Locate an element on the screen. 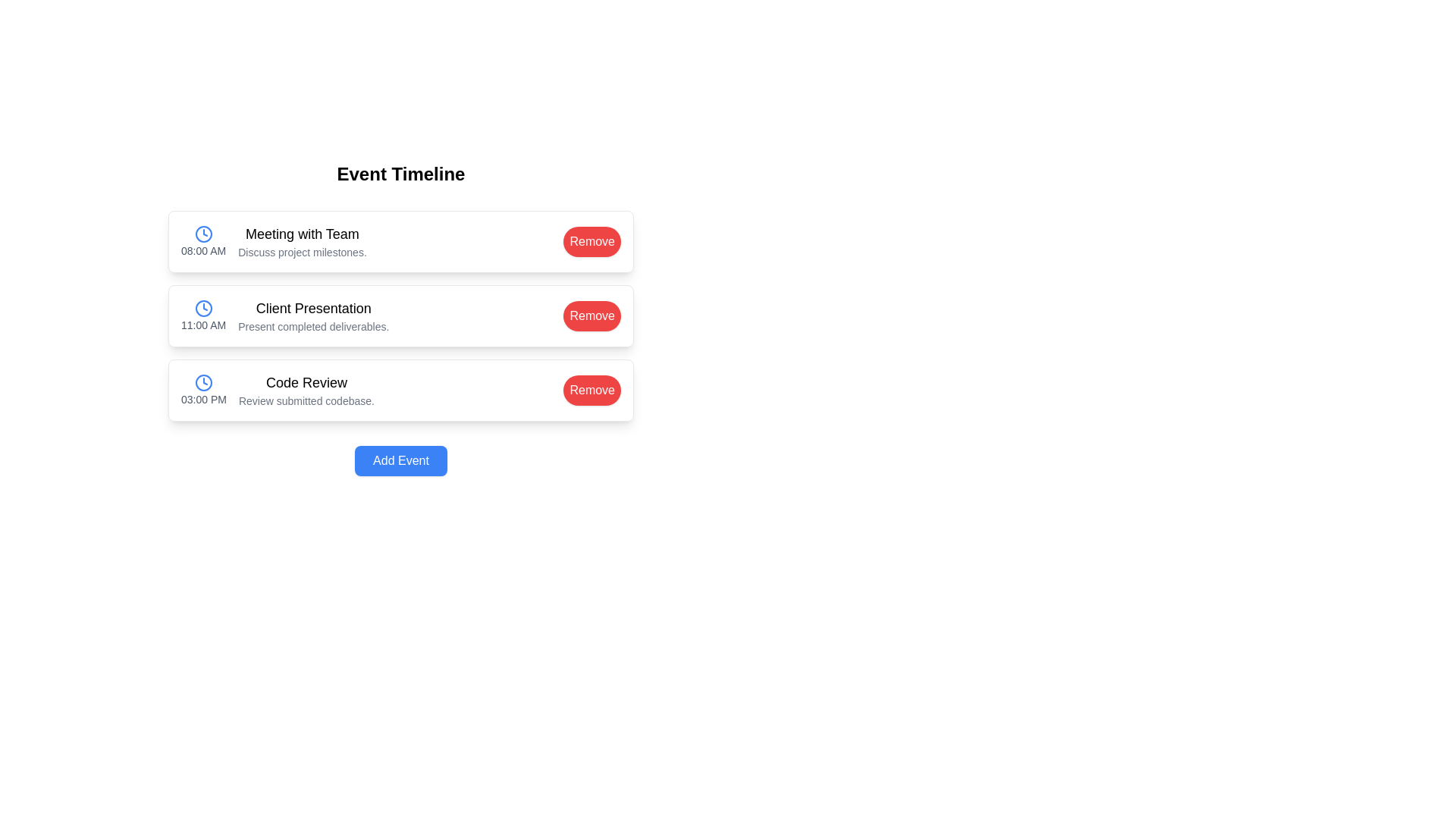 Image resolution: width=1456 pixels, height=819 pixels. the red circular 'Remove' button located at the right edge of the 'Client Presentation' event card is located at coordinates (591, 315).